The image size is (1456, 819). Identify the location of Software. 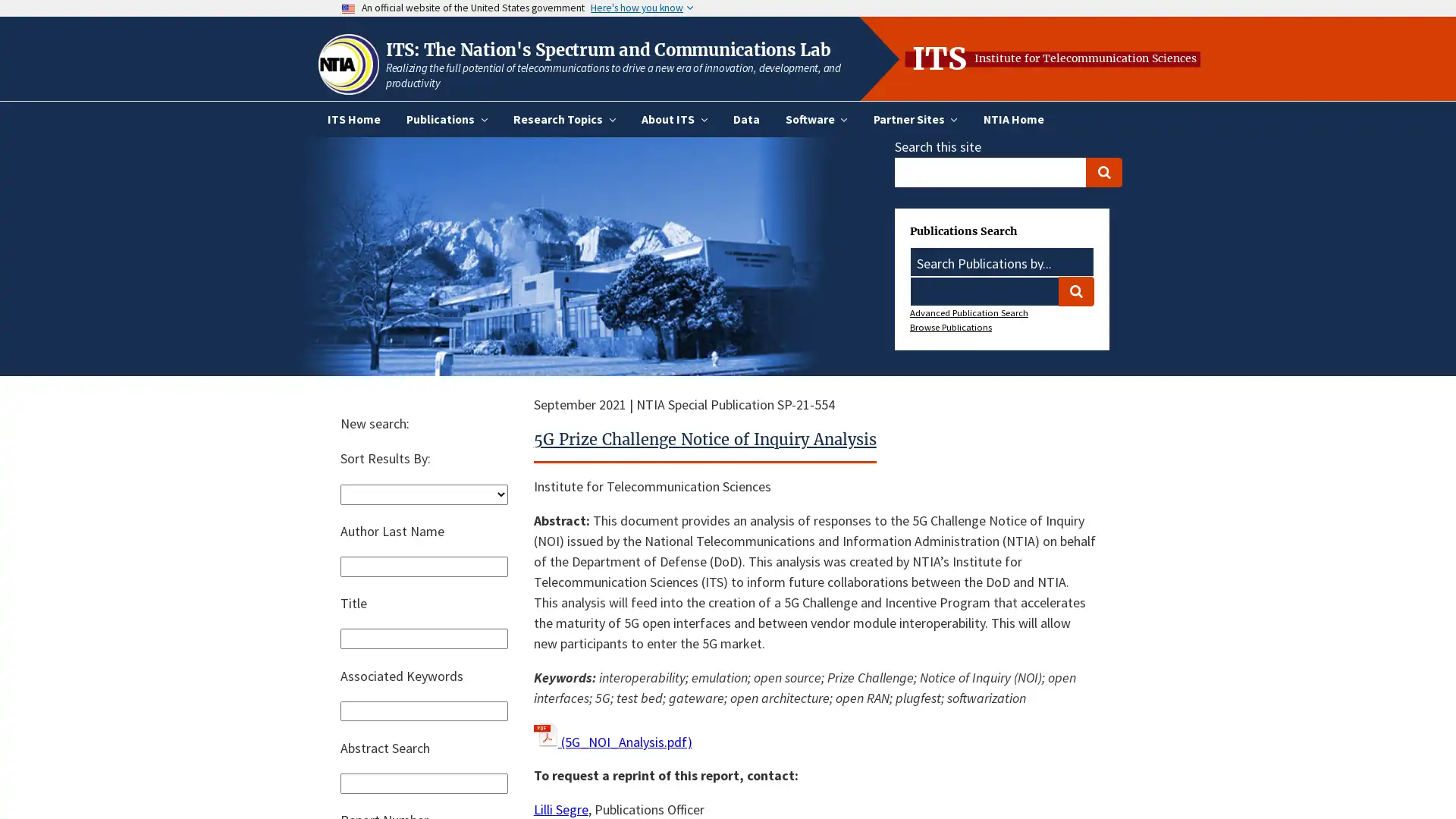
(814, 118).